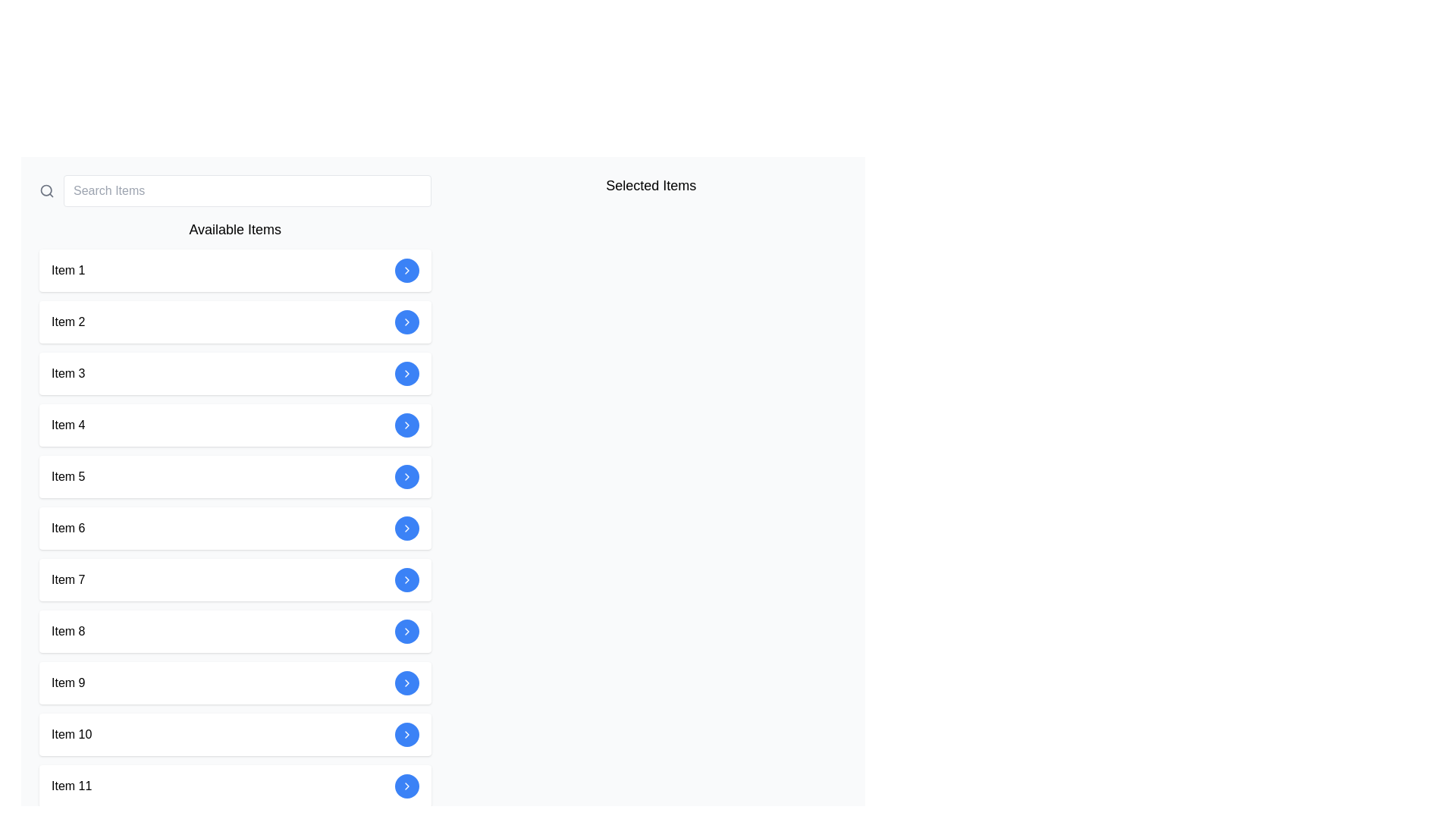  Describe the element at coordinates (406, 683) in the screenshot. I see `the circular blue button with a white rightward chevron icon located in the 'Item 9' list` at that location.